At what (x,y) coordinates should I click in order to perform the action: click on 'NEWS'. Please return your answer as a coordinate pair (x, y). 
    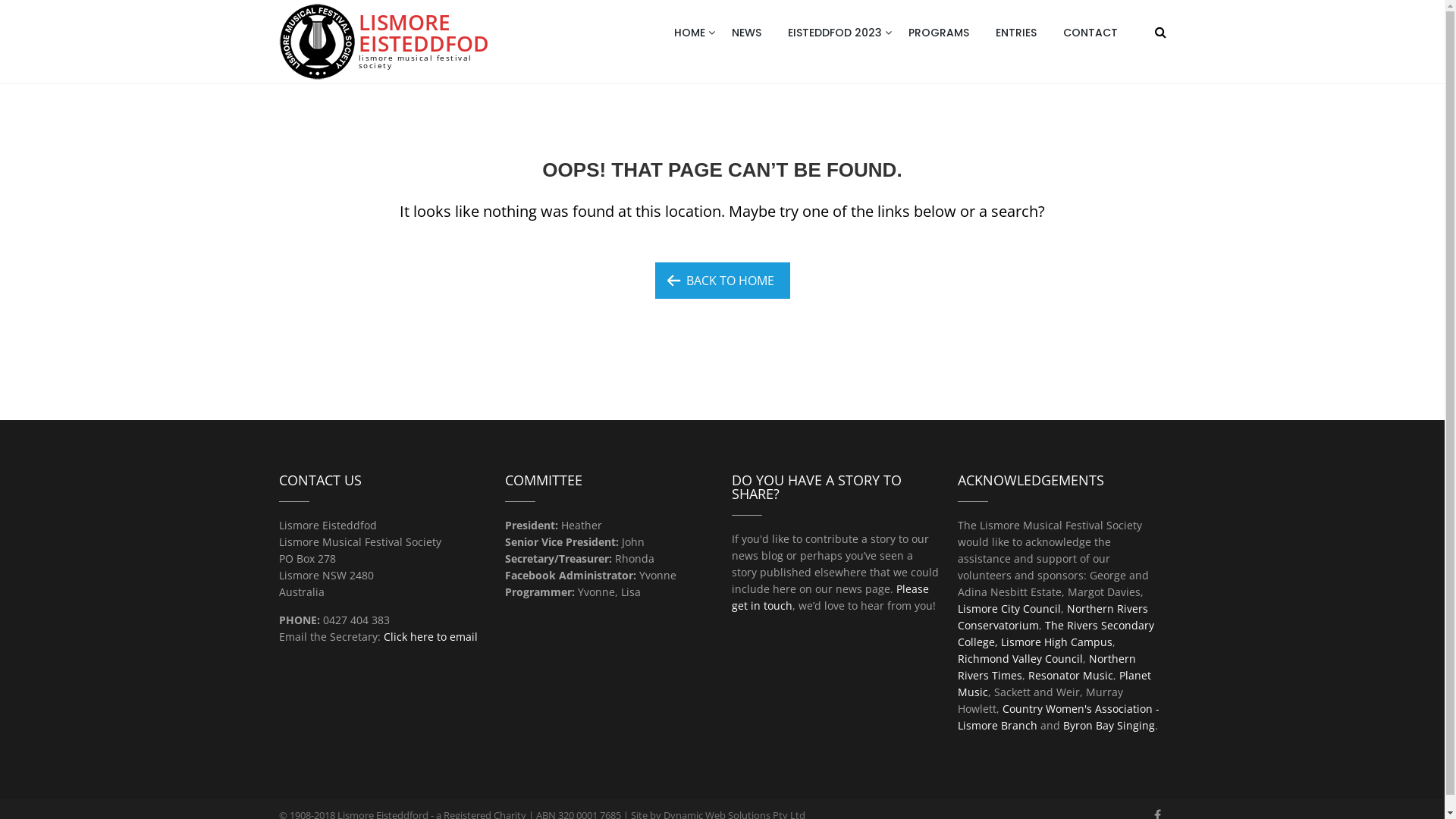
    Looking at the image, I should click on (754, 32).